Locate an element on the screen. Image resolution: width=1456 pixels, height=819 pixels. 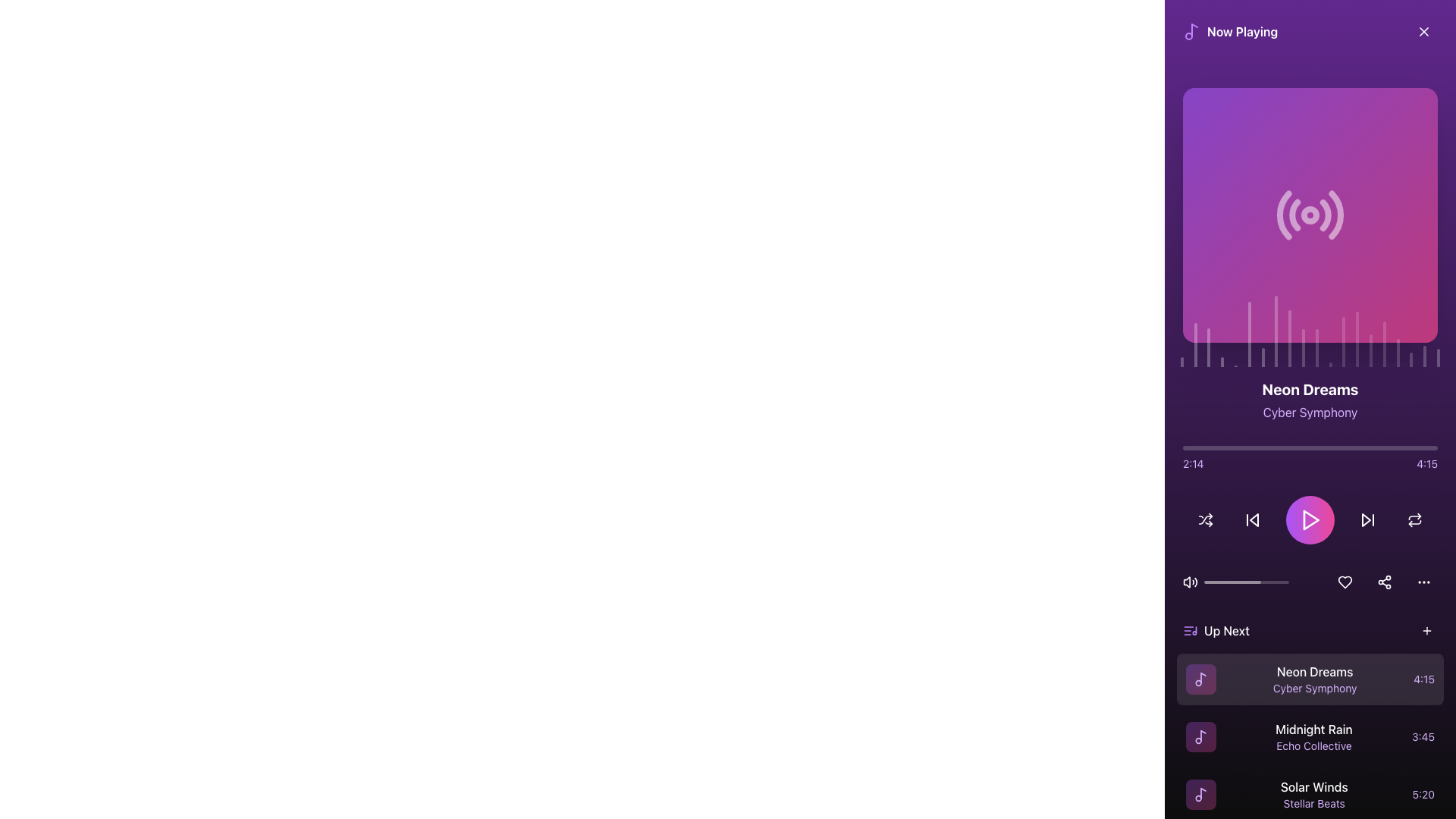
the heart-shaped favorite button outlined in white on a dark purple background is located at coordinates (1345, 581).